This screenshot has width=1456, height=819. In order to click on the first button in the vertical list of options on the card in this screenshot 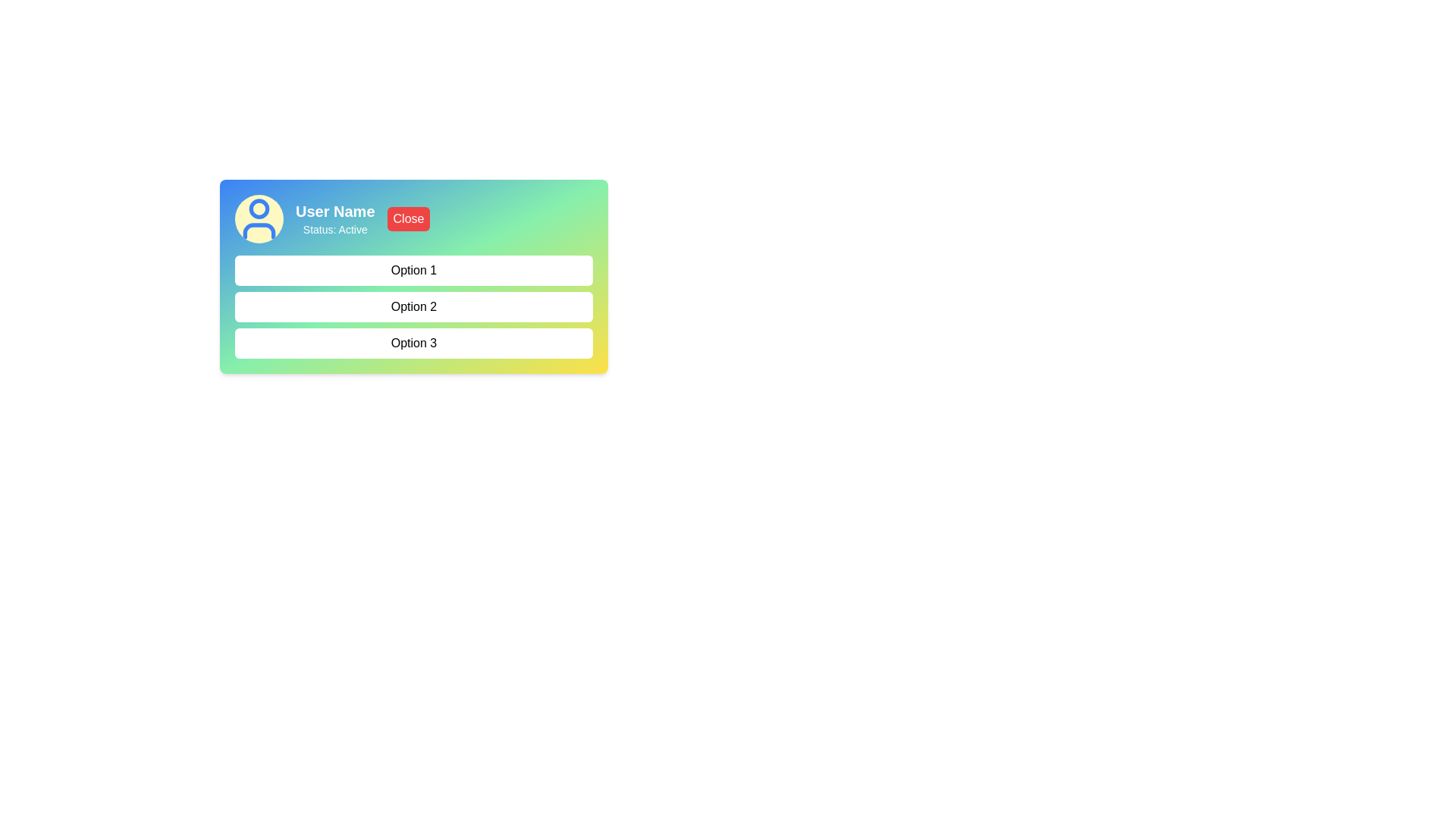, I will do `click(414, 277)`.